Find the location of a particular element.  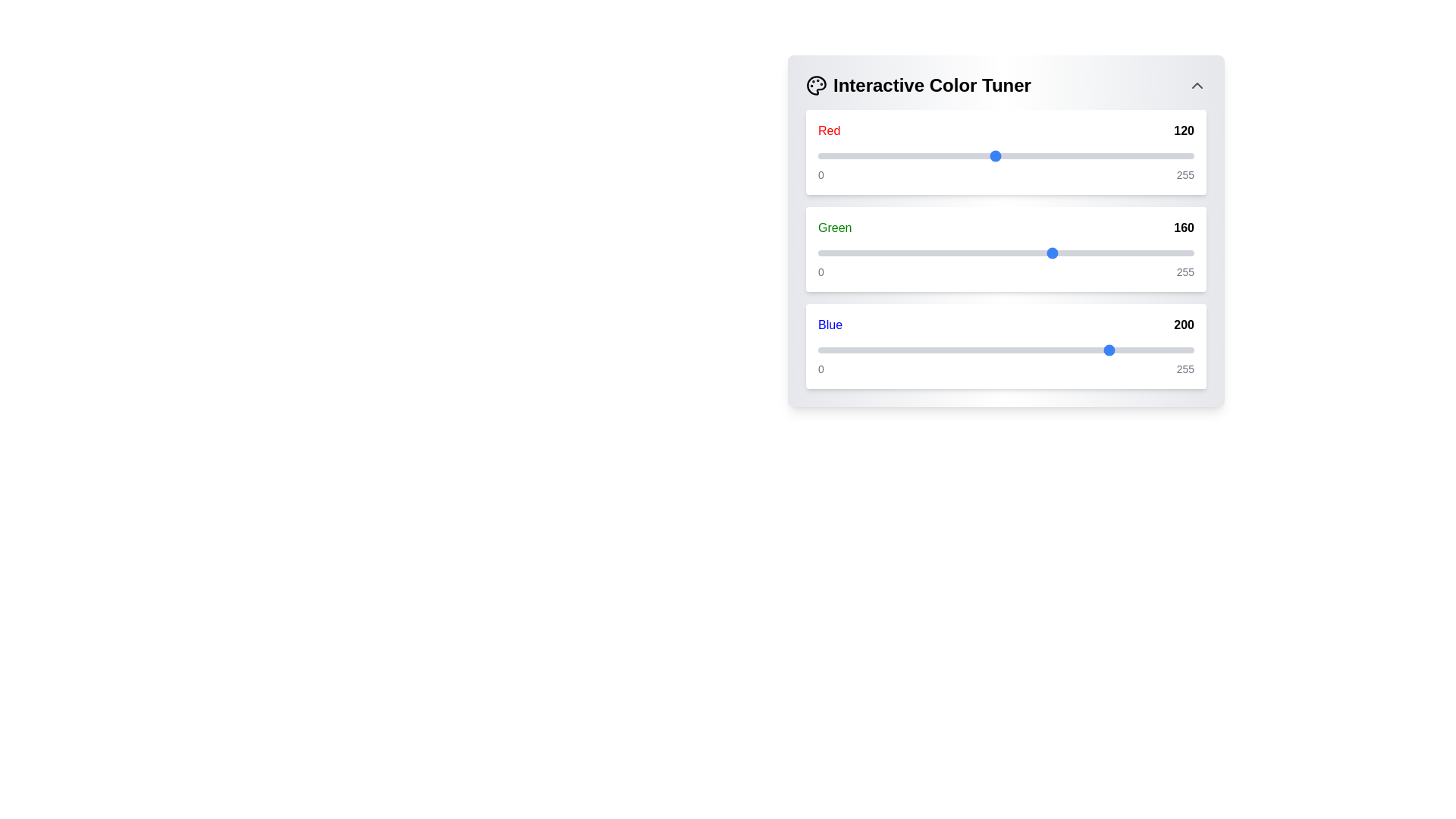

the static text label displaying the current value of the 'Green' slider in the color tuner widget, which shows the numeric value '160' is located at coordinates (1183, 227).